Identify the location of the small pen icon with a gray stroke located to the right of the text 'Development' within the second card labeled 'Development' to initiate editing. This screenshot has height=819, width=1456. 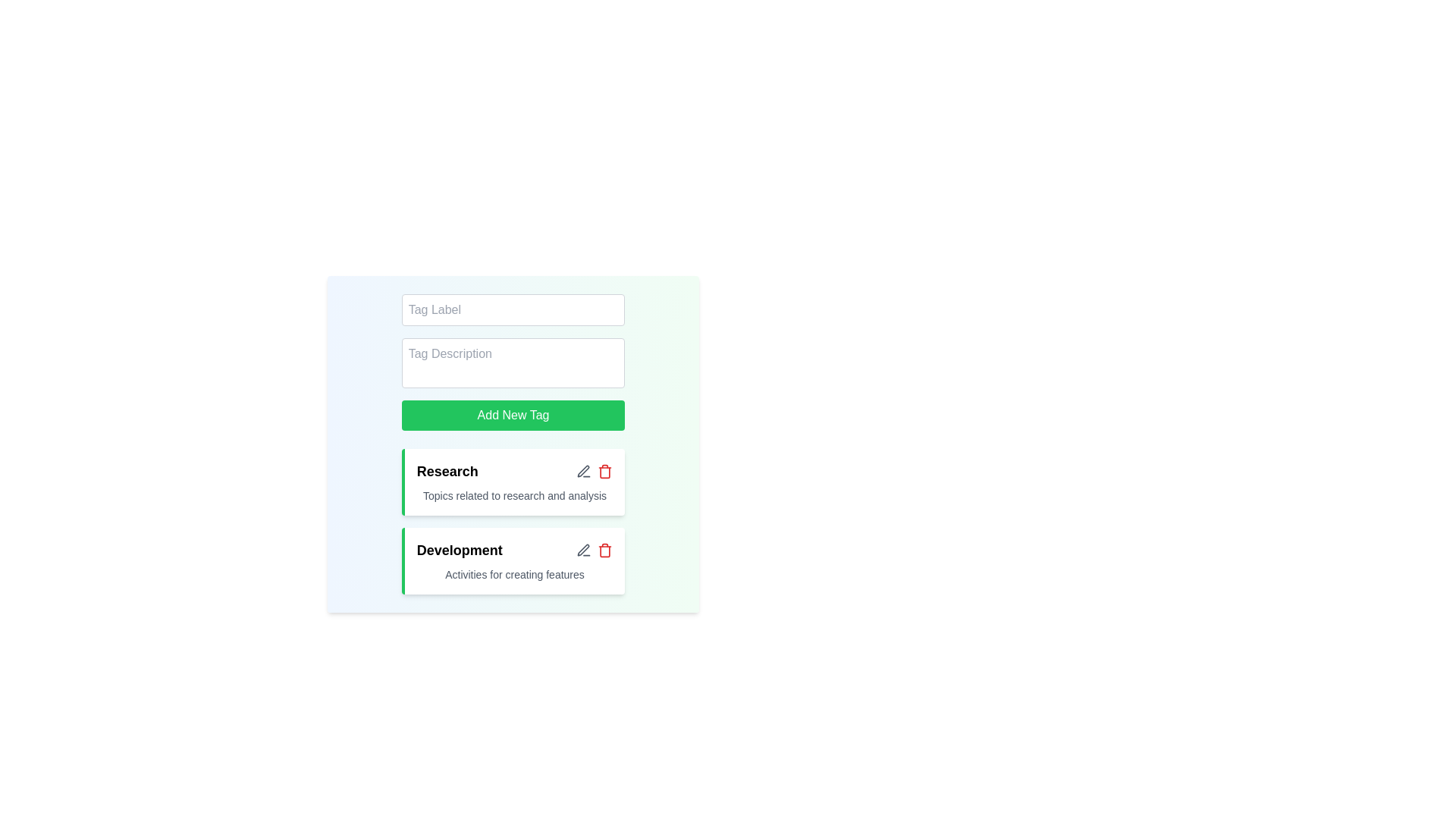
(583, 470).